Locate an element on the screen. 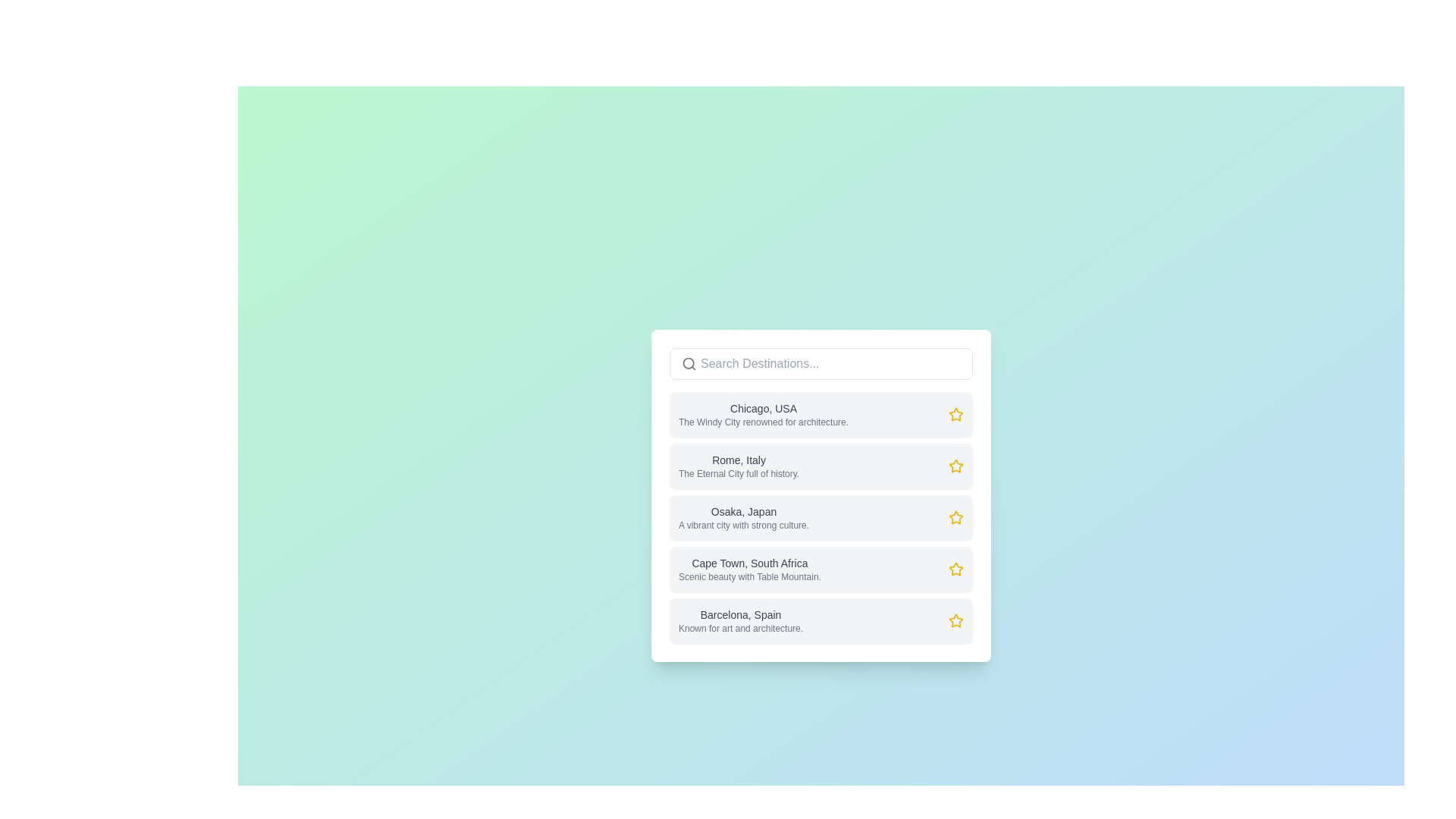 This screenshot has width=1456, height=819. the third star-shaped icon is located at coordinates (954, 516).